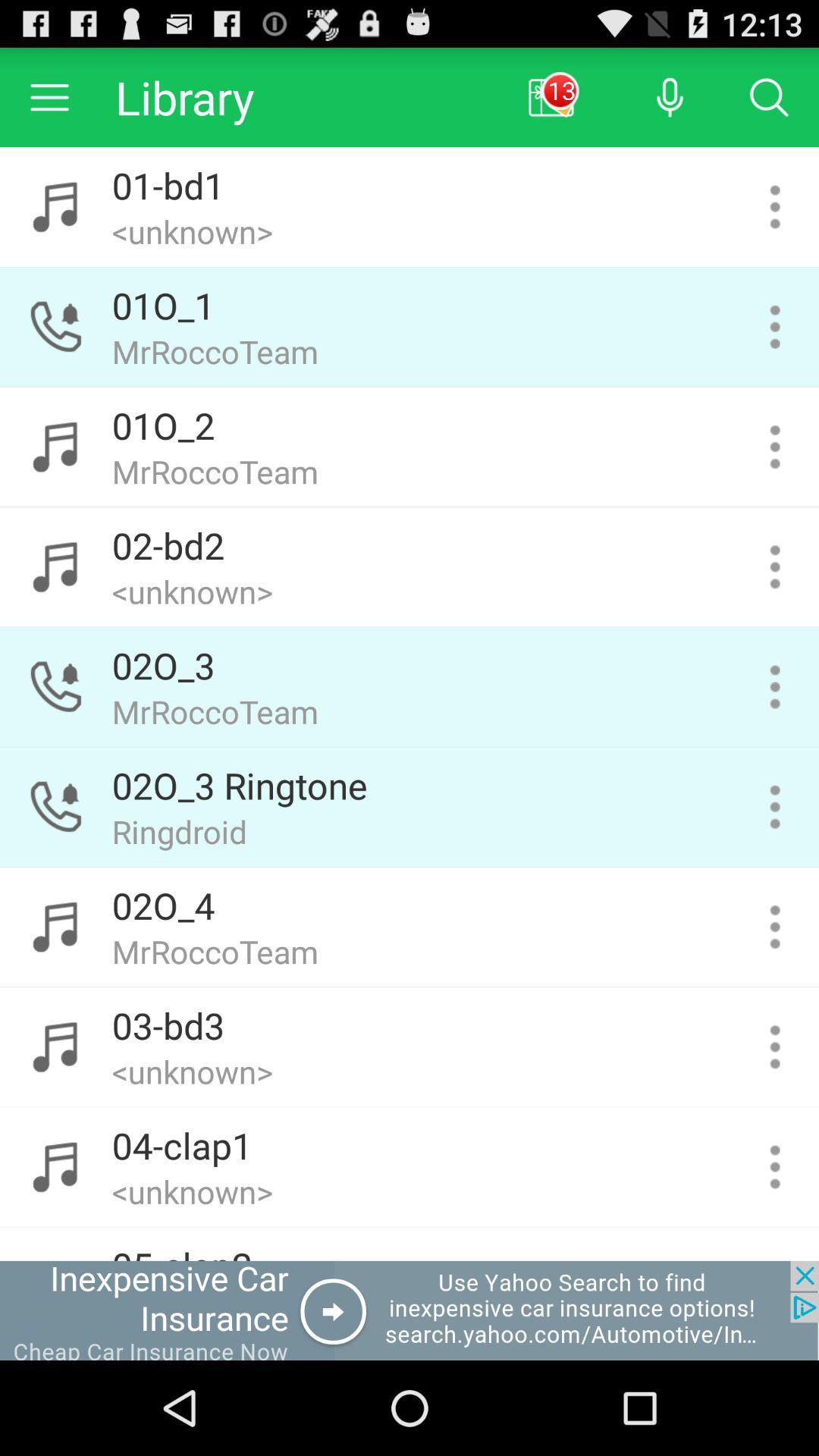 The height and width of the screenshot is (1456, 819). What do you see at coordinates (49, 103) in the screenshot?
I see `the menu icon` at bounding box center [49, 103].